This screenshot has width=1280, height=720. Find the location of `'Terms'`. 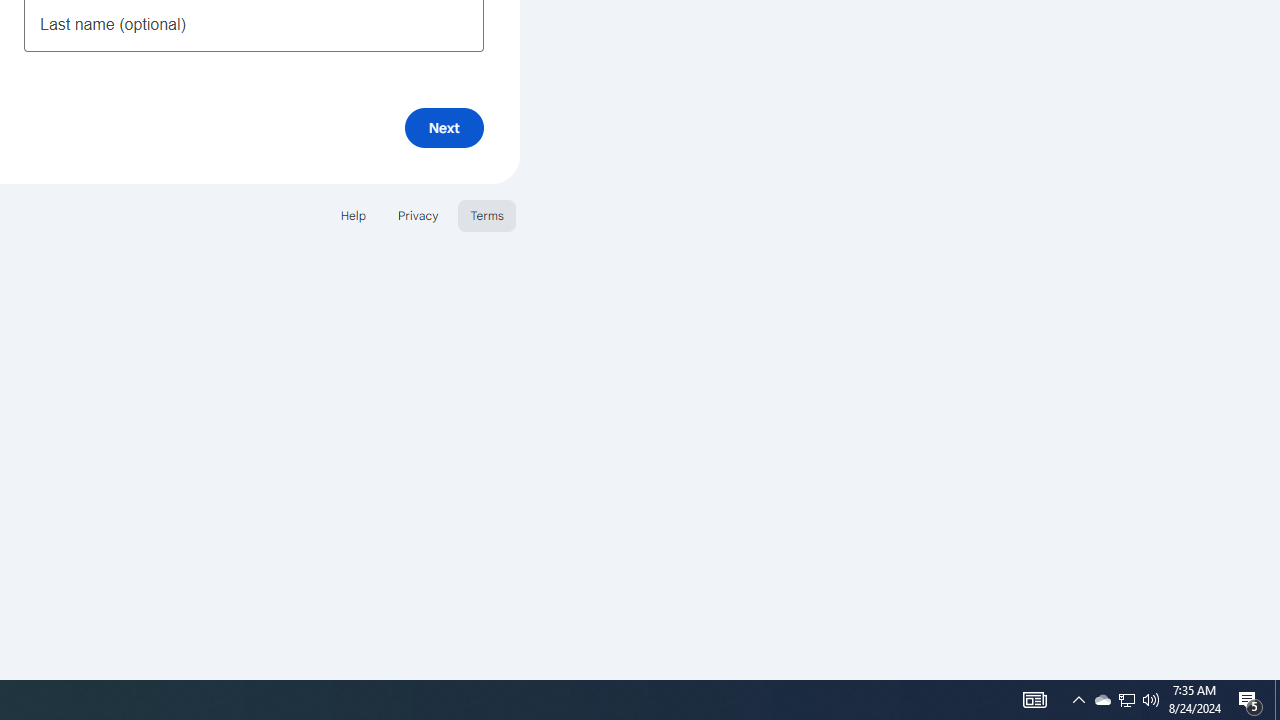

'Terms' is located at coordinates (487, 215).